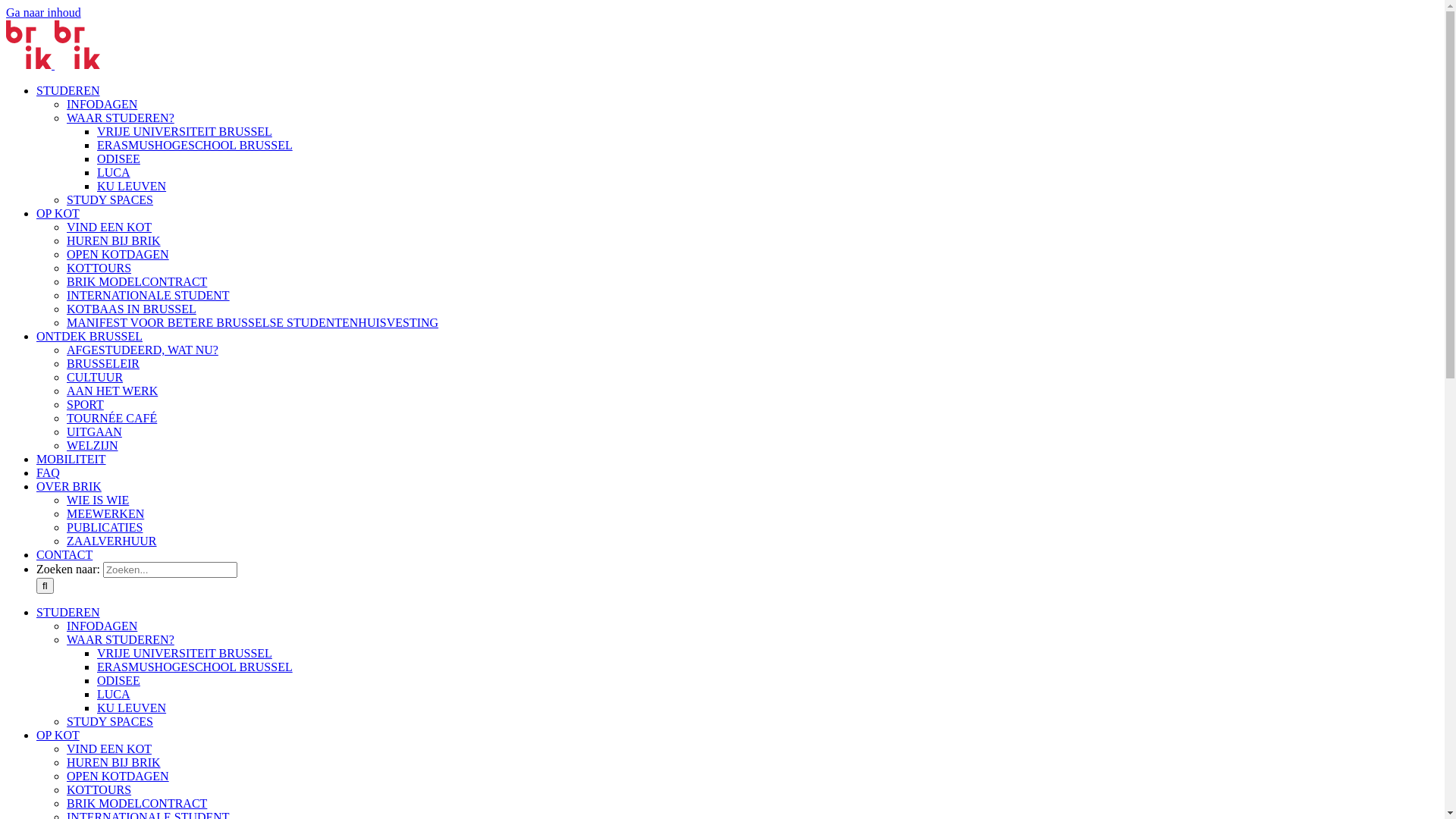 The image size is (1456, 819). I want to click on 'AAN HET WERK', so click(111, 390).